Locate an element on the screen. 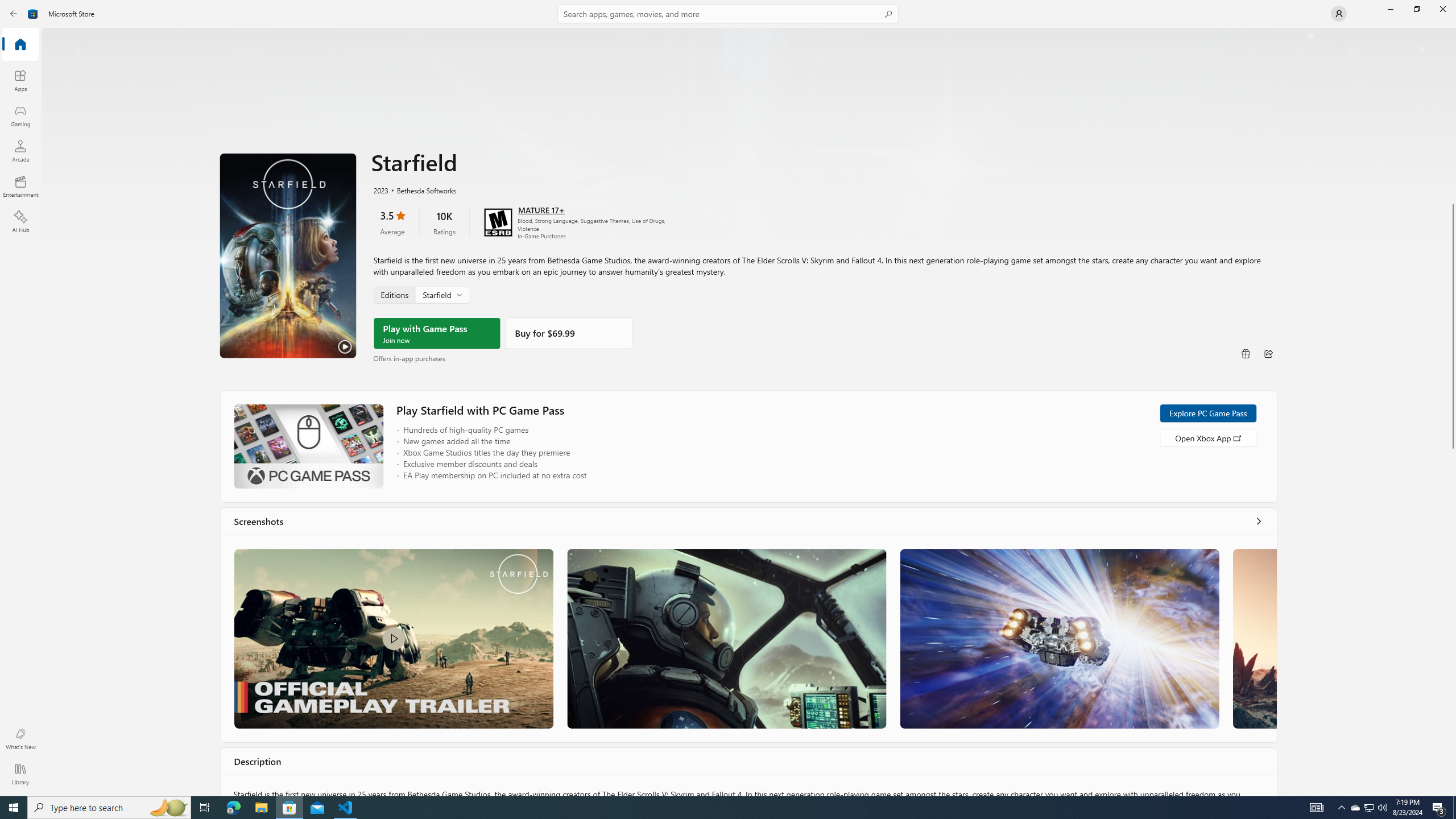 The width and height of the screenshot is (1456, 819). 'Open Xbox App' is located at coordinates (1207, 437).